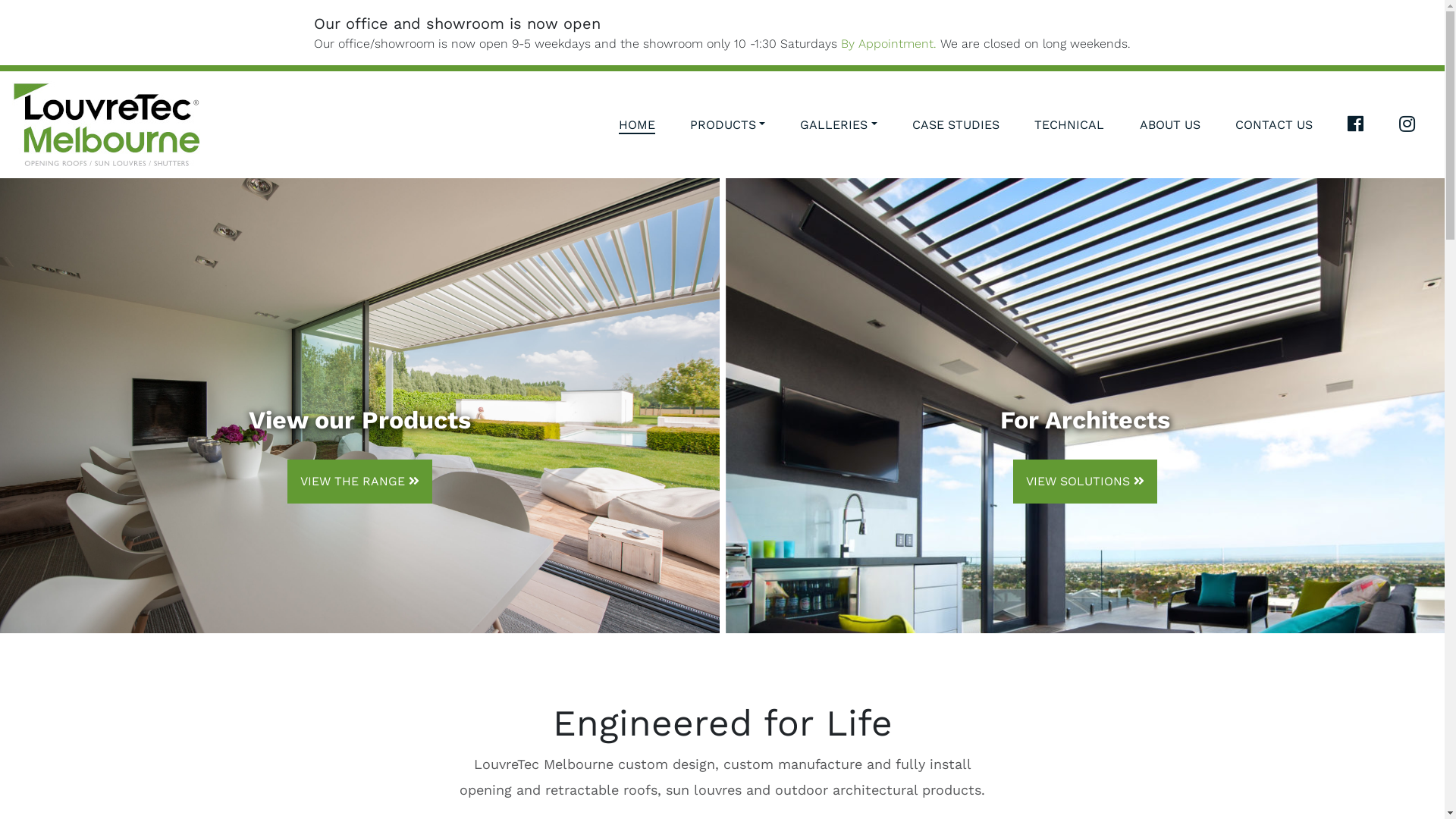 The image size is (1456, 819). I want to click on 'TECHNICAL', so click(1068, 124).